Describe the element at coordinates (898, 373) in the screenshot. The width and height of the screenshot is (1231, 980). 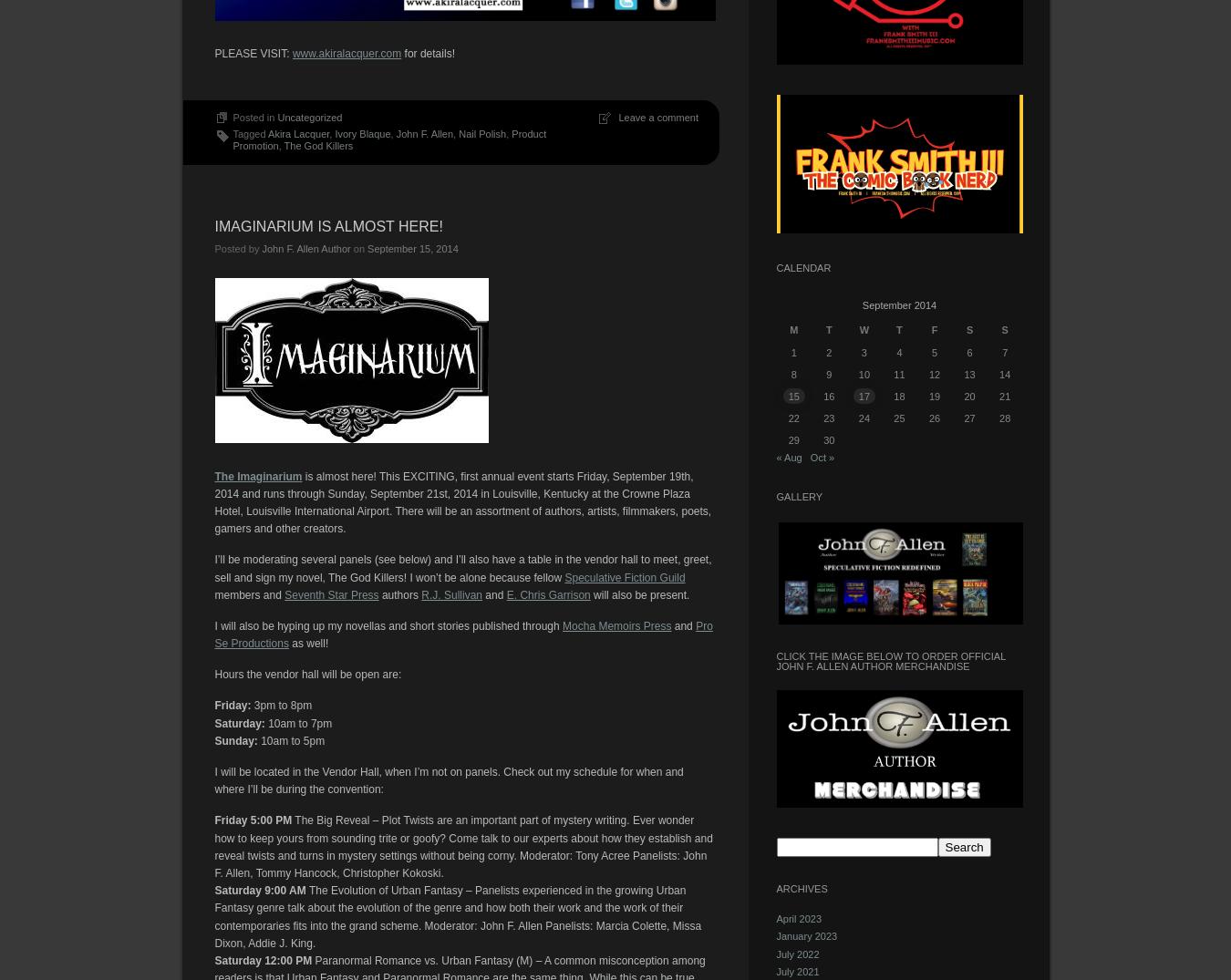
I see `'11'` at that location.